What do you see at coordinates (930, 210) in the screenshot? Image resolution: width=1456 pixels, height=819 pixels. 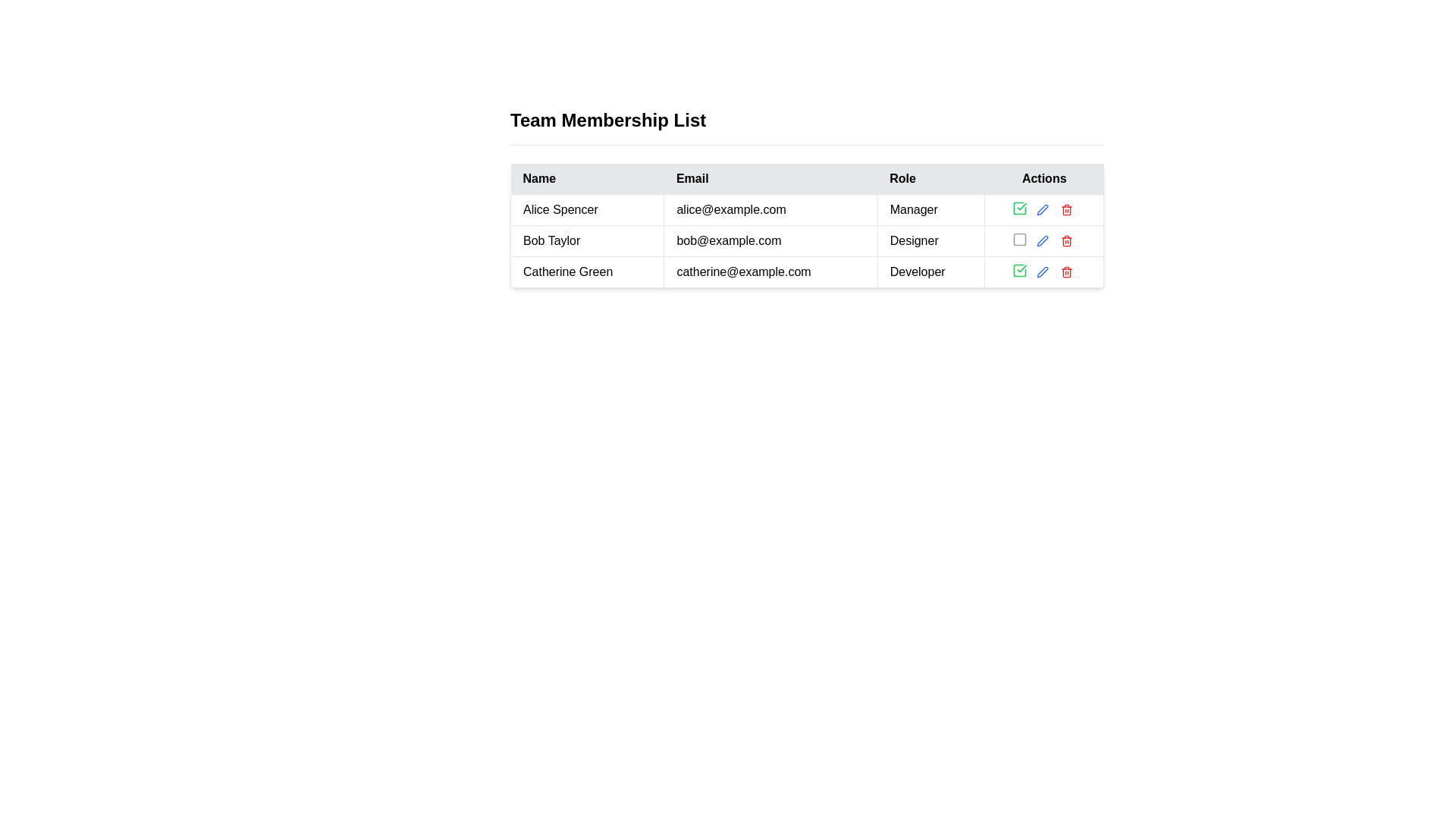 I see `the Text Display element that shows the role of the person in the table, located in the third column of the first row under the 'Role' header, adjacent to the 'Email' column with 'alice@example.com'` at bounding box center [930, 210].